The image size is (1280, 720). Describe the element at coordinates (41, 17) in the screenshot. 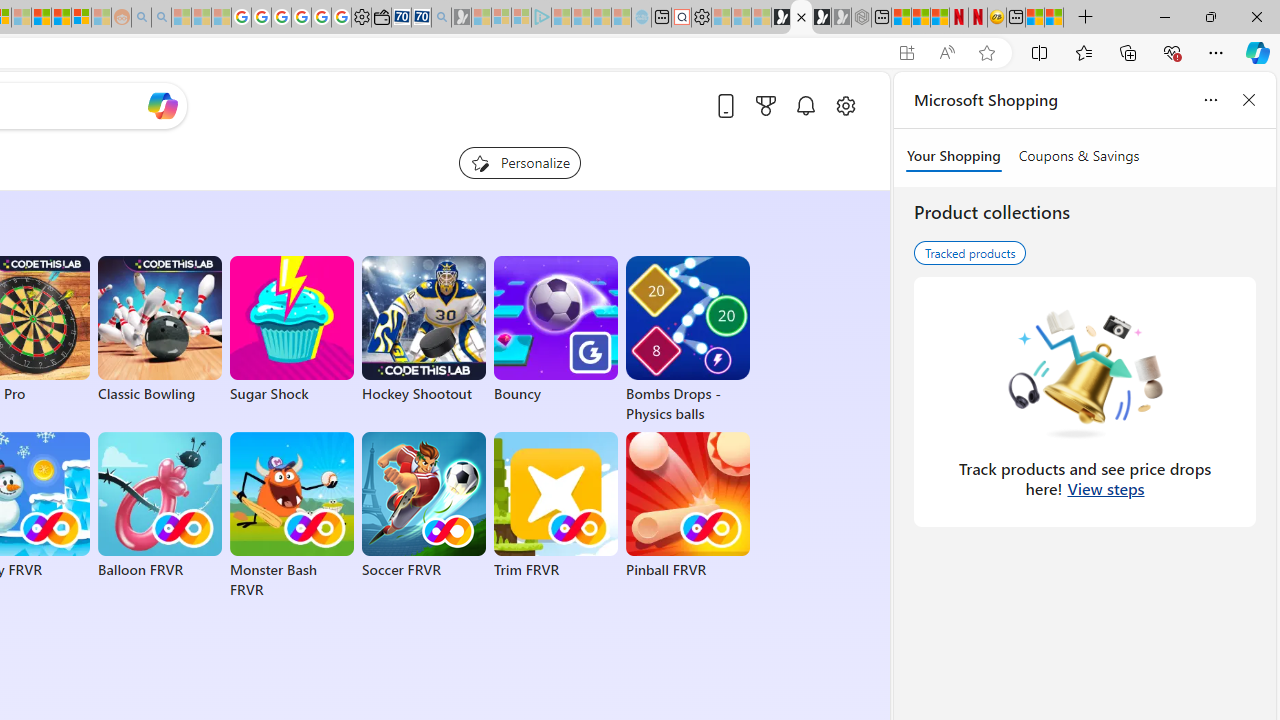

I see `'Expert Portfolios'` at that location.